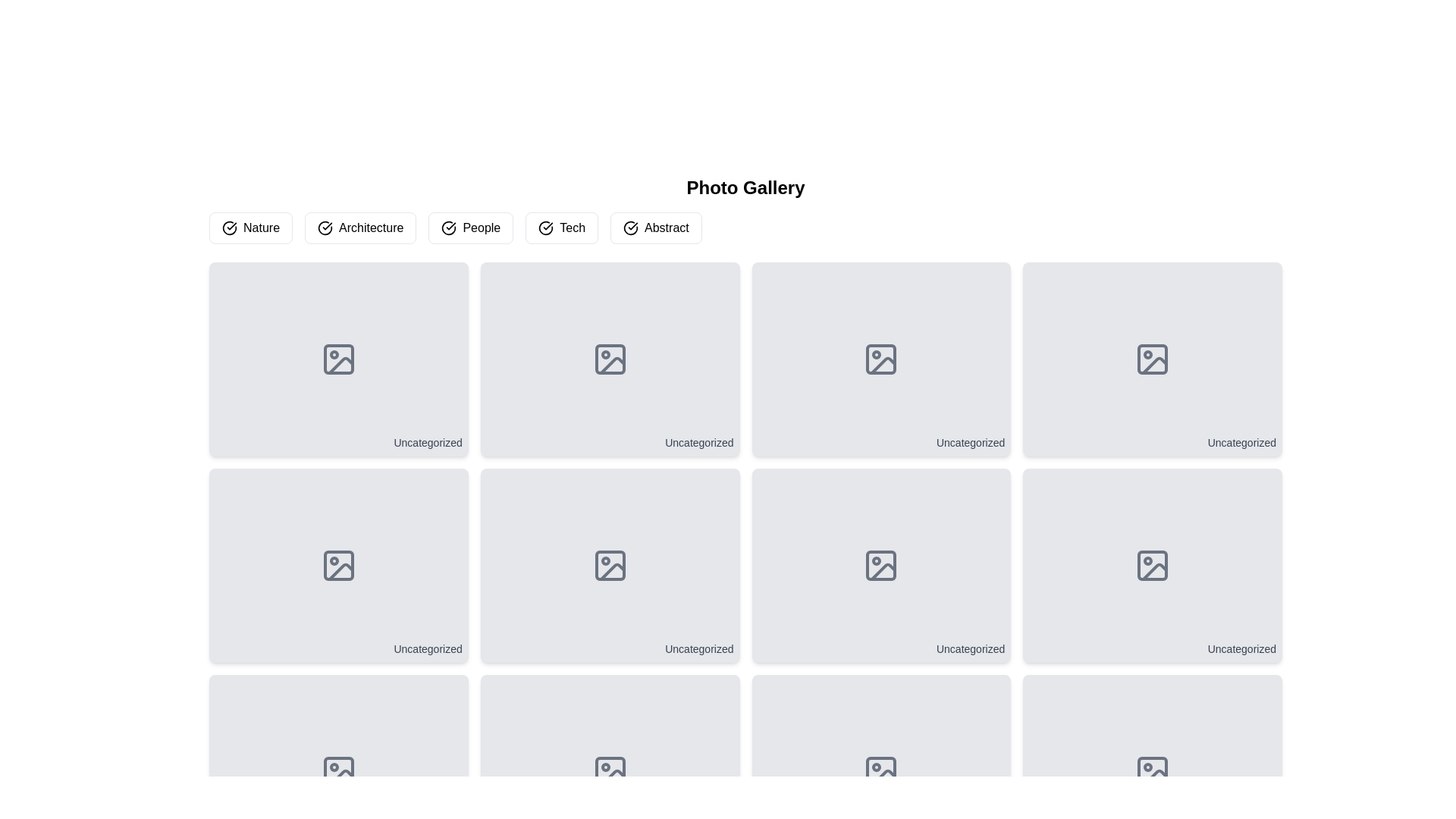 The height and width of the screenshot is (819, 1456). I want to click on the photo icon with a mountain and sun/moon representation, which is centered within a rectangular card labeled 'Uncategorized' in the grid layout, so click(610, 359).